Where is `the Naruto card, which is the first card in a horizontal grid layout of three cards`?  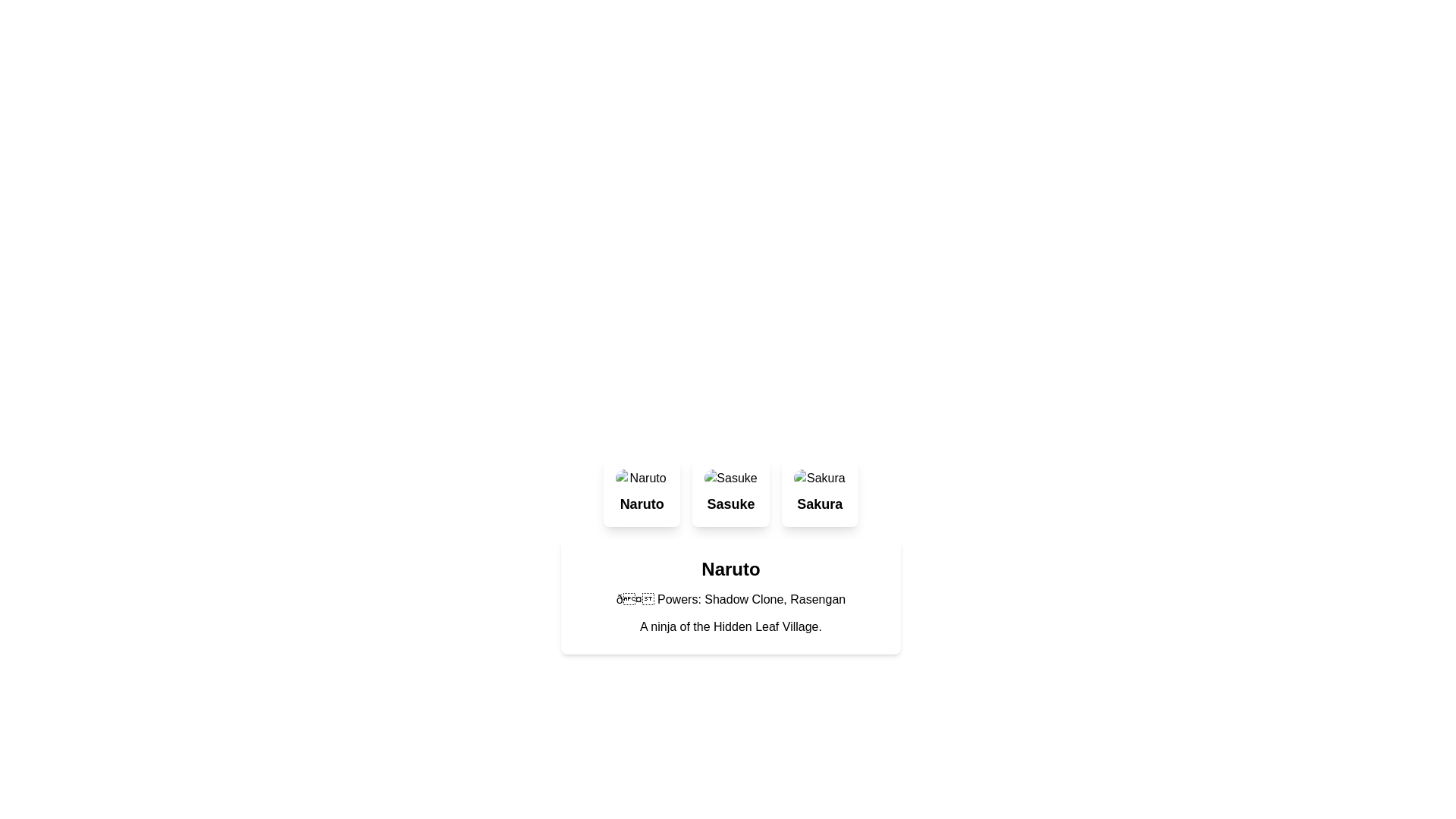
the Naruto card, which is the first card in a horizontal grid layout of three cards is located at coordinates (642, 491).